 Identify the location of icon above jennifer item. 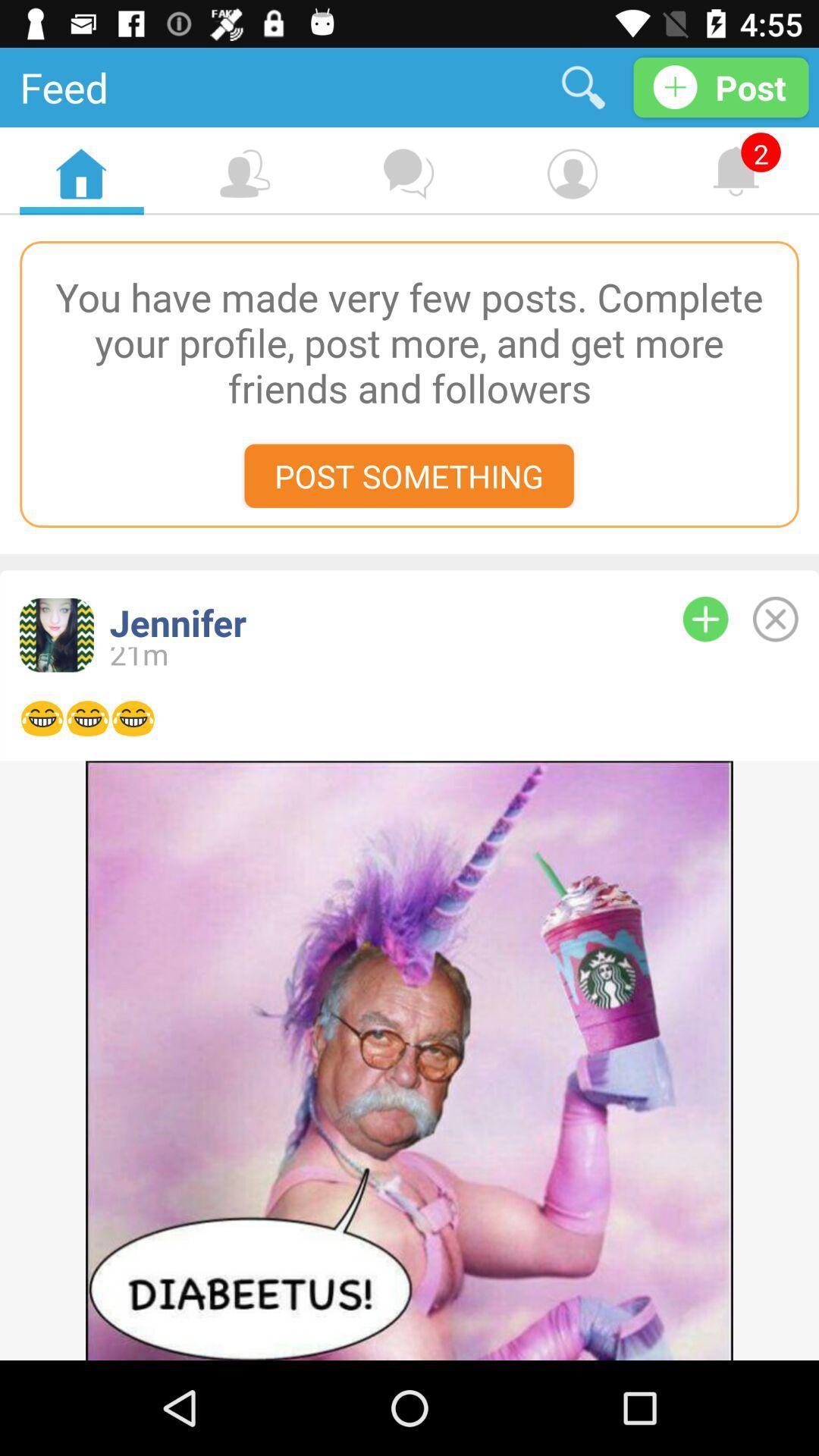
(408, 475).